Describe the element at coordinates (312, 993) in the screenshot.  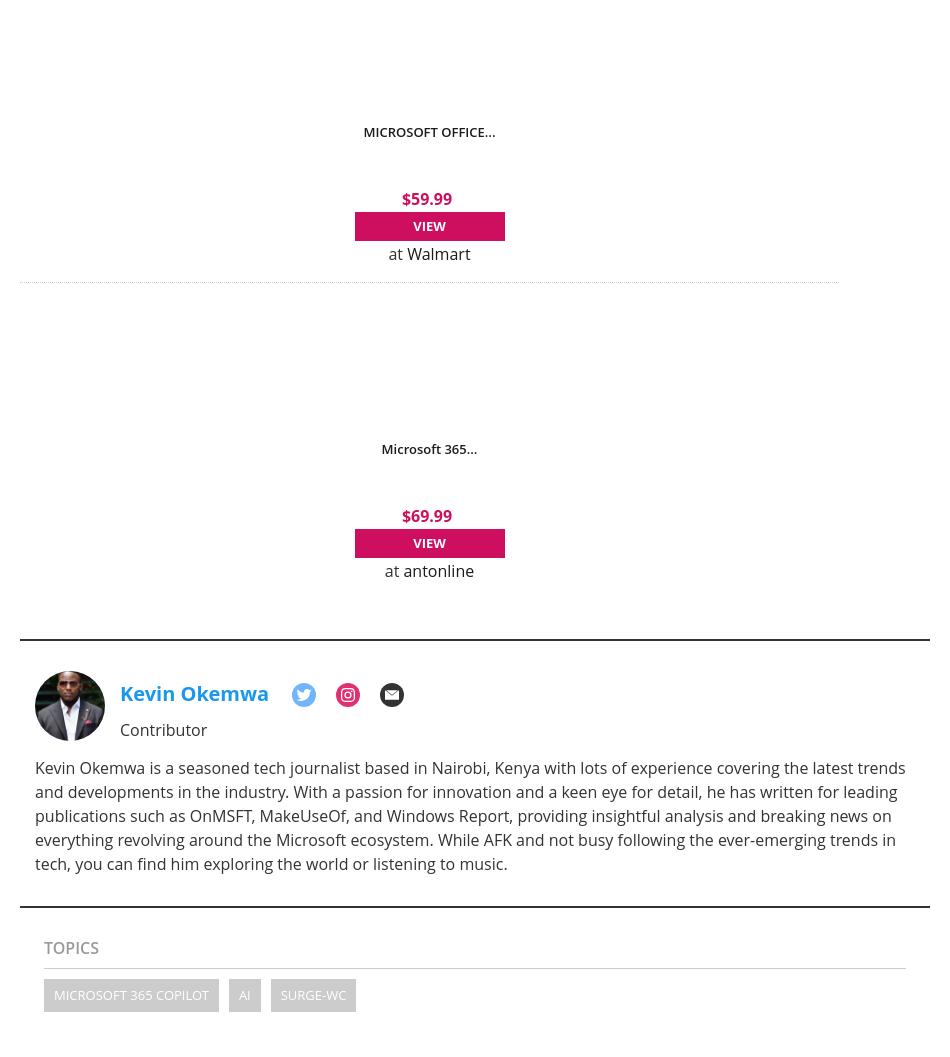
I see `'surge-wc'` at that location.